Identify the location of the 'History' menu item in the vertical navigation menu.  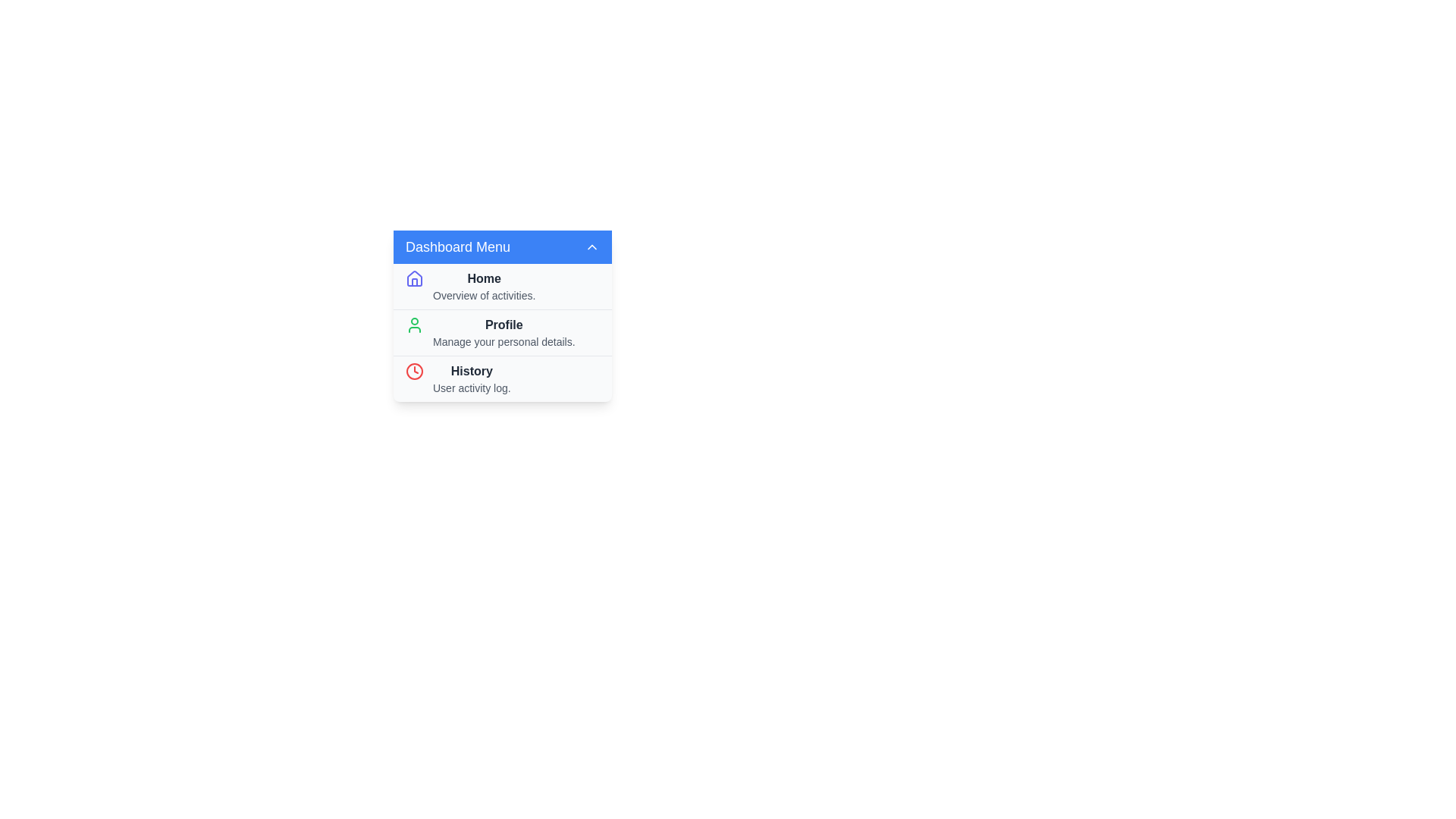
(502, 377).